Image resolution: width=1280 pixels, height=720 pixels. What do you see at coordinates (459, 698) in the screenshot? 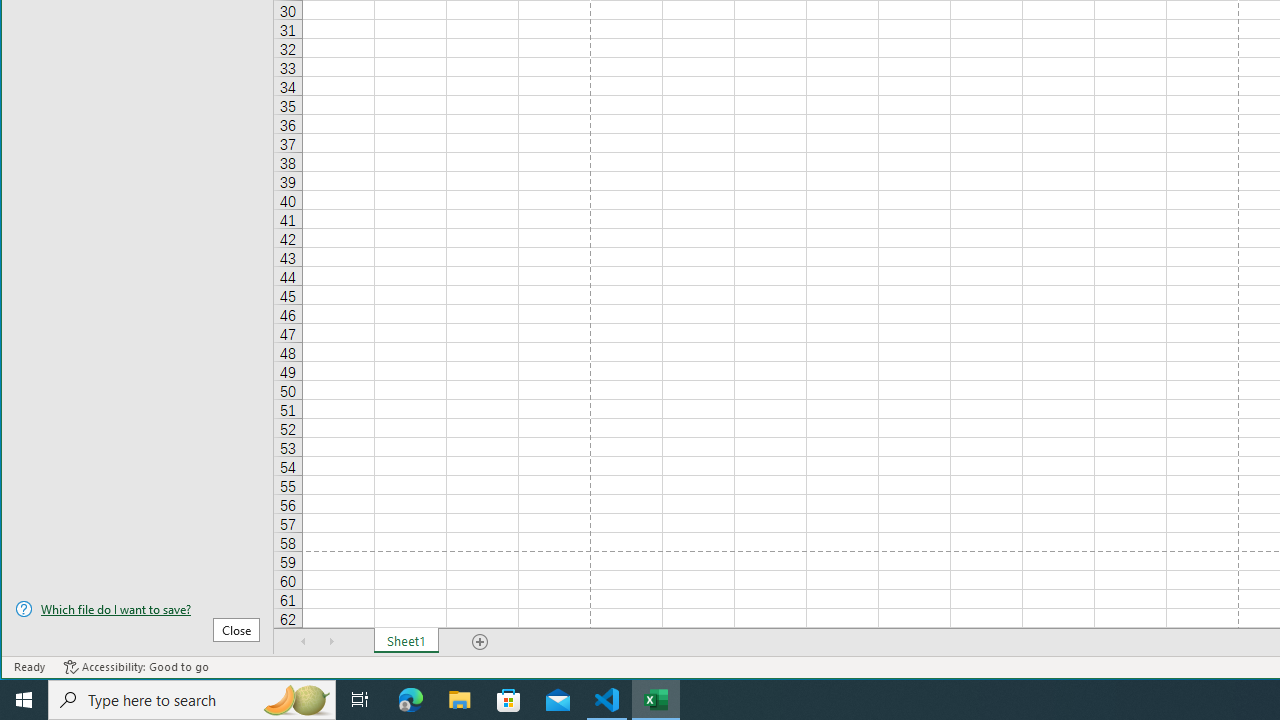
I see `'File Explorer'` at bounding box center [459, 698].